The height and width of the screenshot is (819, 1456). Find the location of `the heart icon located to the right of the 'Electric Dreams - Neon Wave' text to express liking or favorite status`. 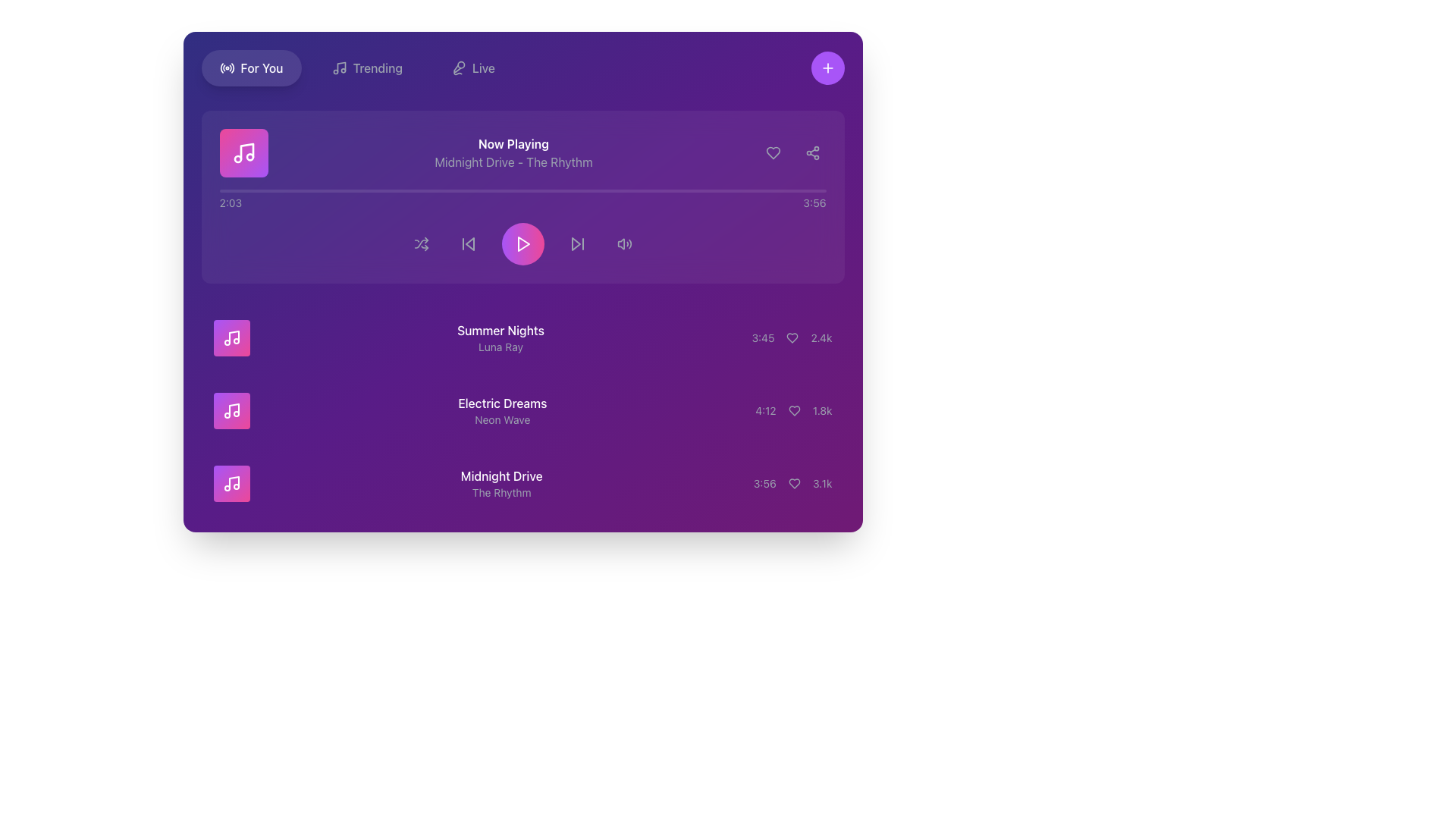

the heart icon located to the right of the 'Electric Dreams - Neon Wave' text to express liking or favorite status is located at coordinates (793, 411).